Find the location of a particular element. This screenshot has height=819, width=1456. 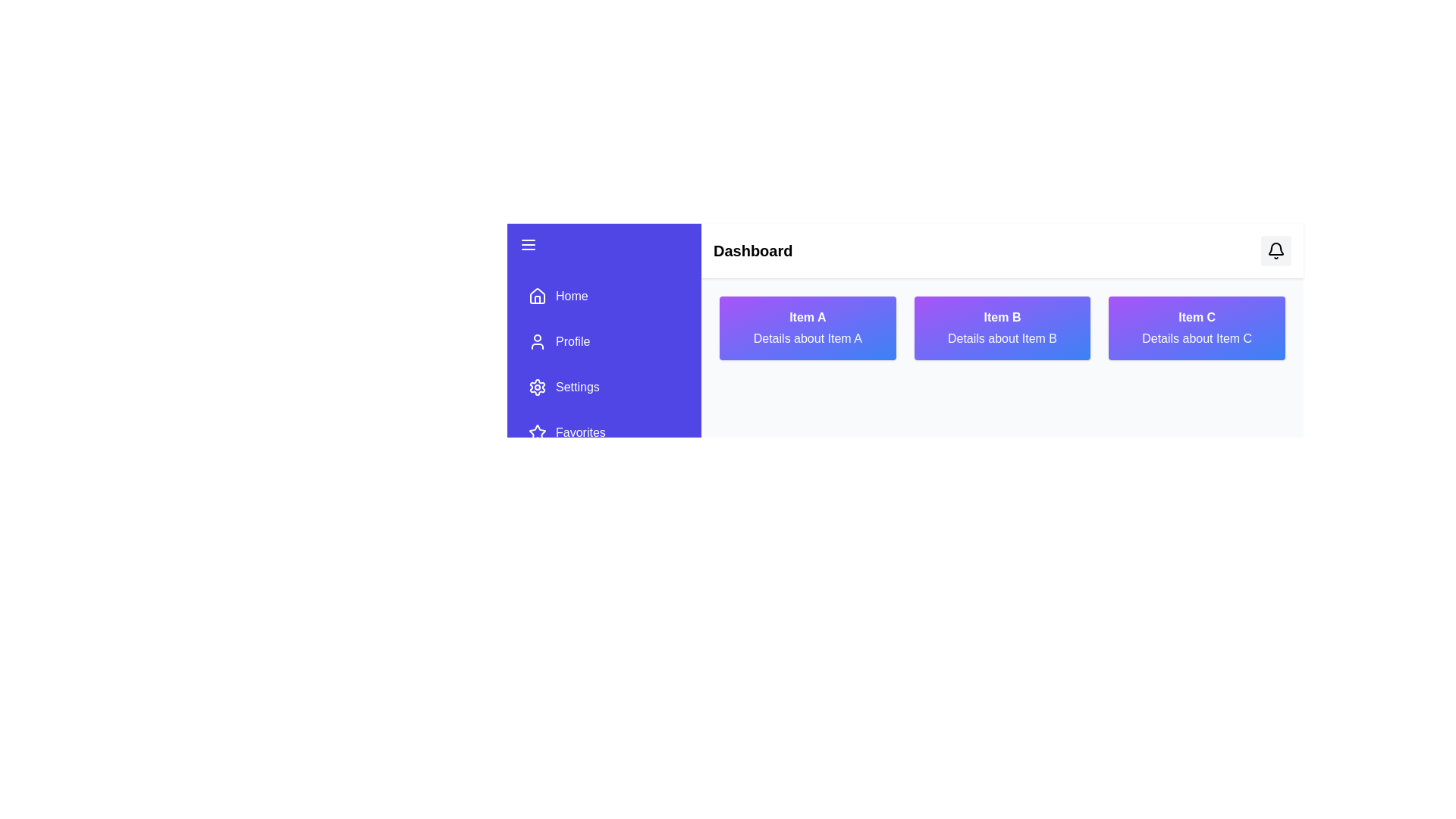

the 'Home' text label in the vertical navigation menu, which is displayed in white on a blue background and is located to the immediate right of a house icon is located at coordinates (571, 296).